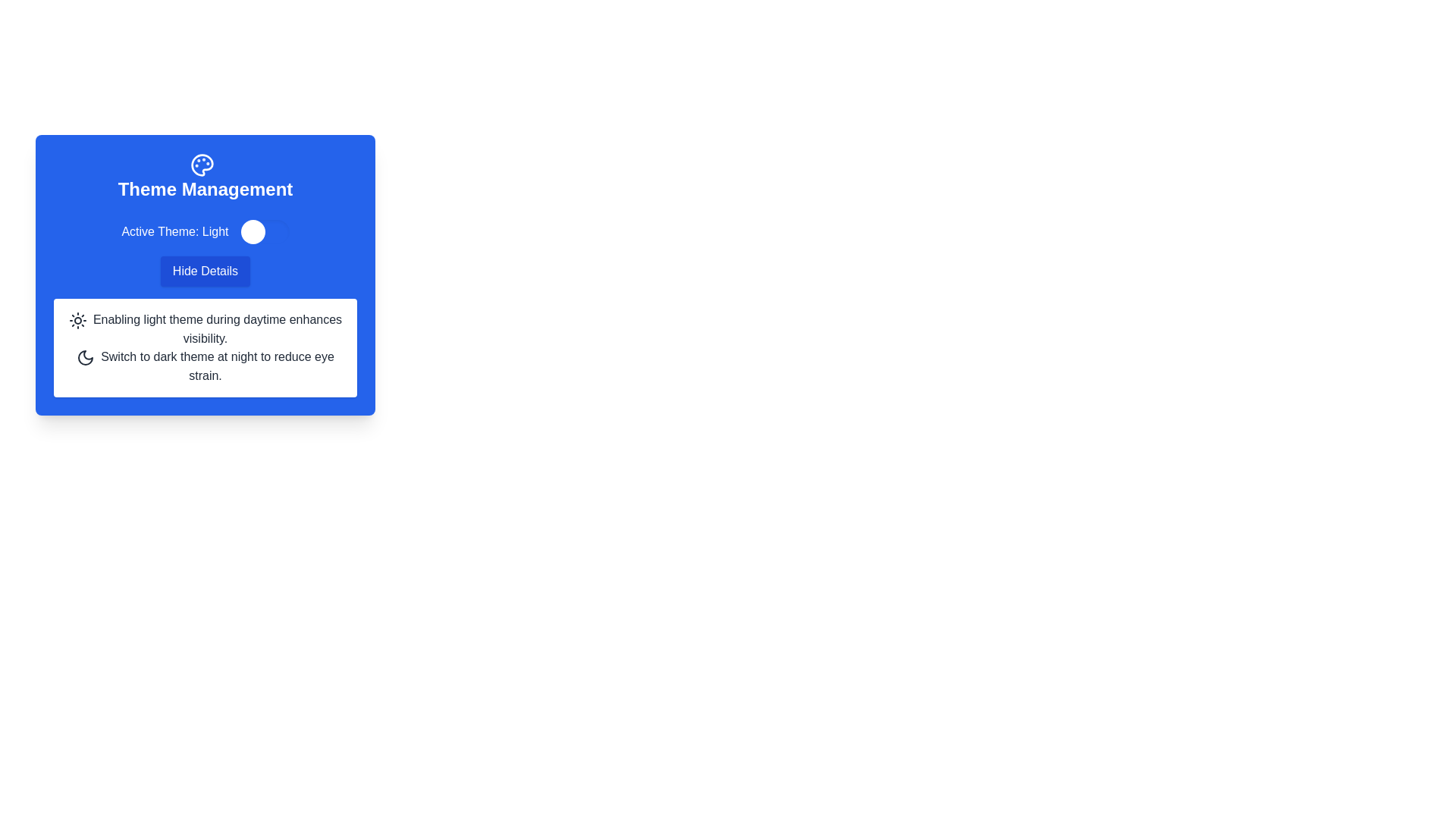 This screenshot has height=819, width=1456. What do you see at coordinates (202, 165) in the screenshot?
I see `the painter's palette icon located in the 'Theme Management' section, which is visually distinct against a blue background and positioned before the text 'Theme Management'` at bounding box center [202, 165].